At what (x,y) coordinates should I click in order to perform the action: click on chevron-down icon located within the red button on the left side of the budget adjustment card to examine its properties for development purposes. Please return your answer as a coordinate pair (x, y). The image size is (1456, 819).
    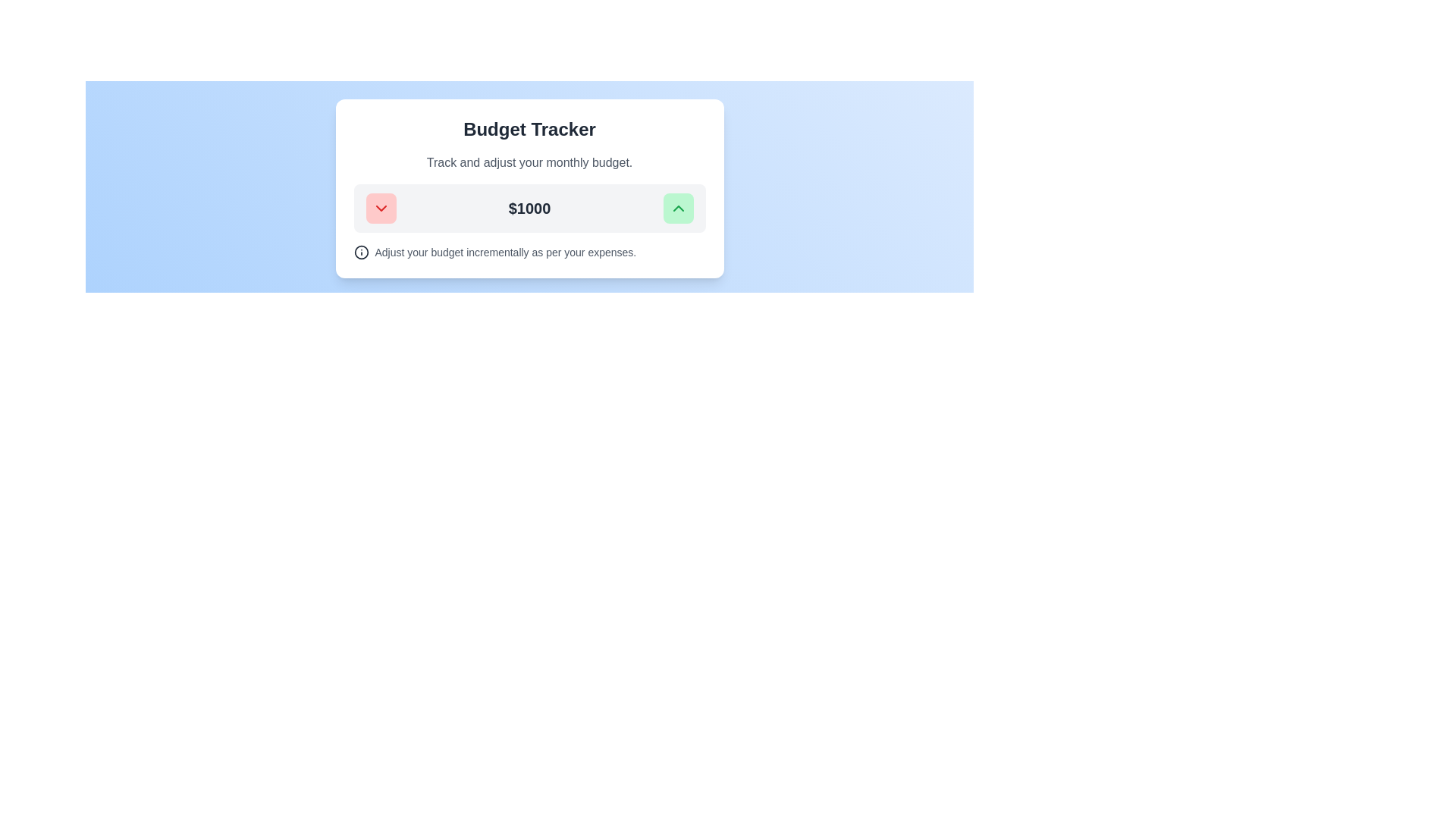
    Looking at the image, I should click on (381, 208).